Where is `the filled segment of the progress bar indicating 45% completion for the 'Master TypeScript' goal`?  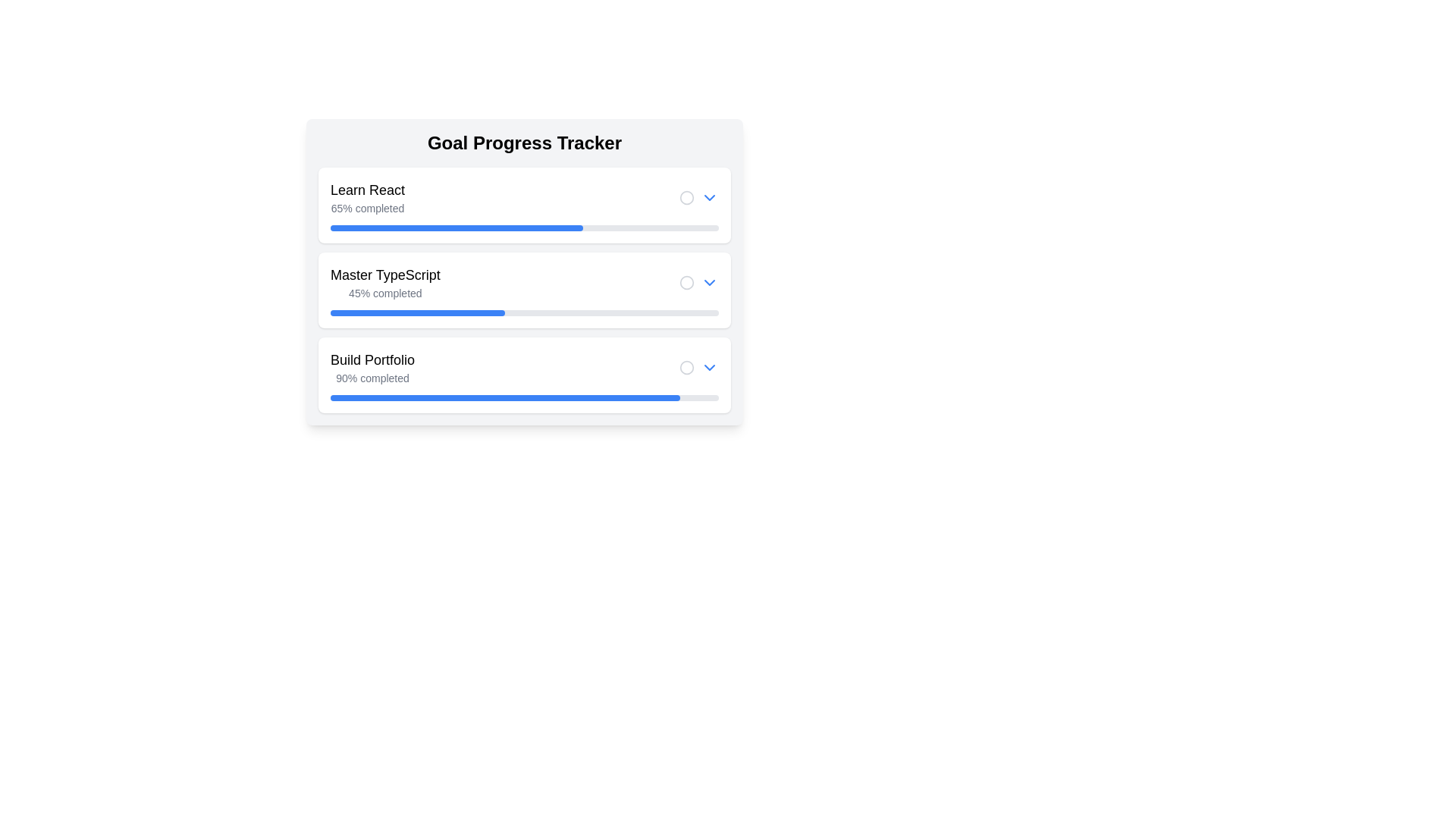 the filled segment of the progress bar indicating 45% completion for the 'Master TypeScript' goal is located at coordinates (418, 312).